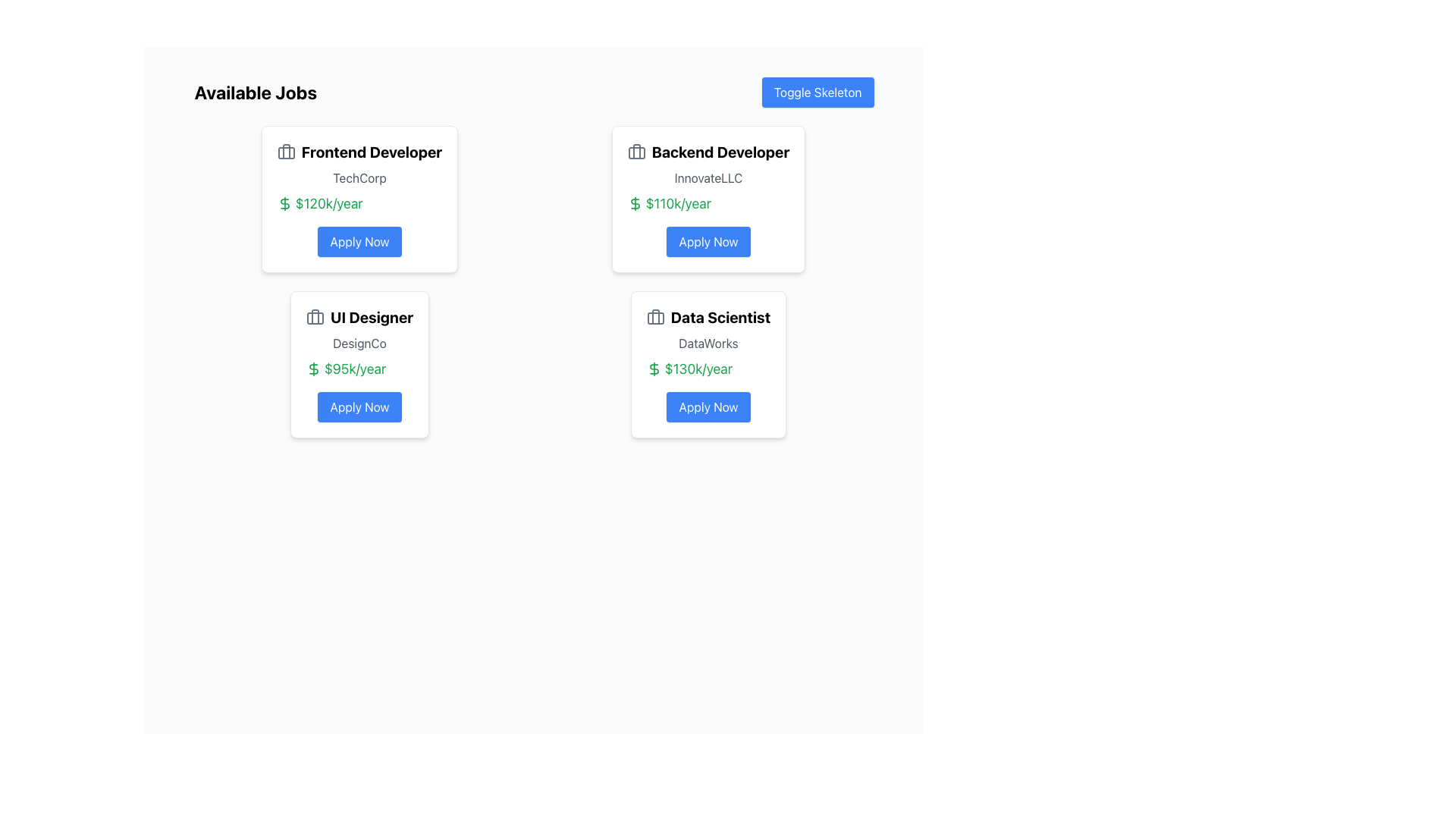  I want to click on the 'Toggle Skeleton' button, which is a rectangular button with rounded edges, bold blue background, and white text, located in the top-right corner of the 'Available Jobs' section, so click(817, 93).